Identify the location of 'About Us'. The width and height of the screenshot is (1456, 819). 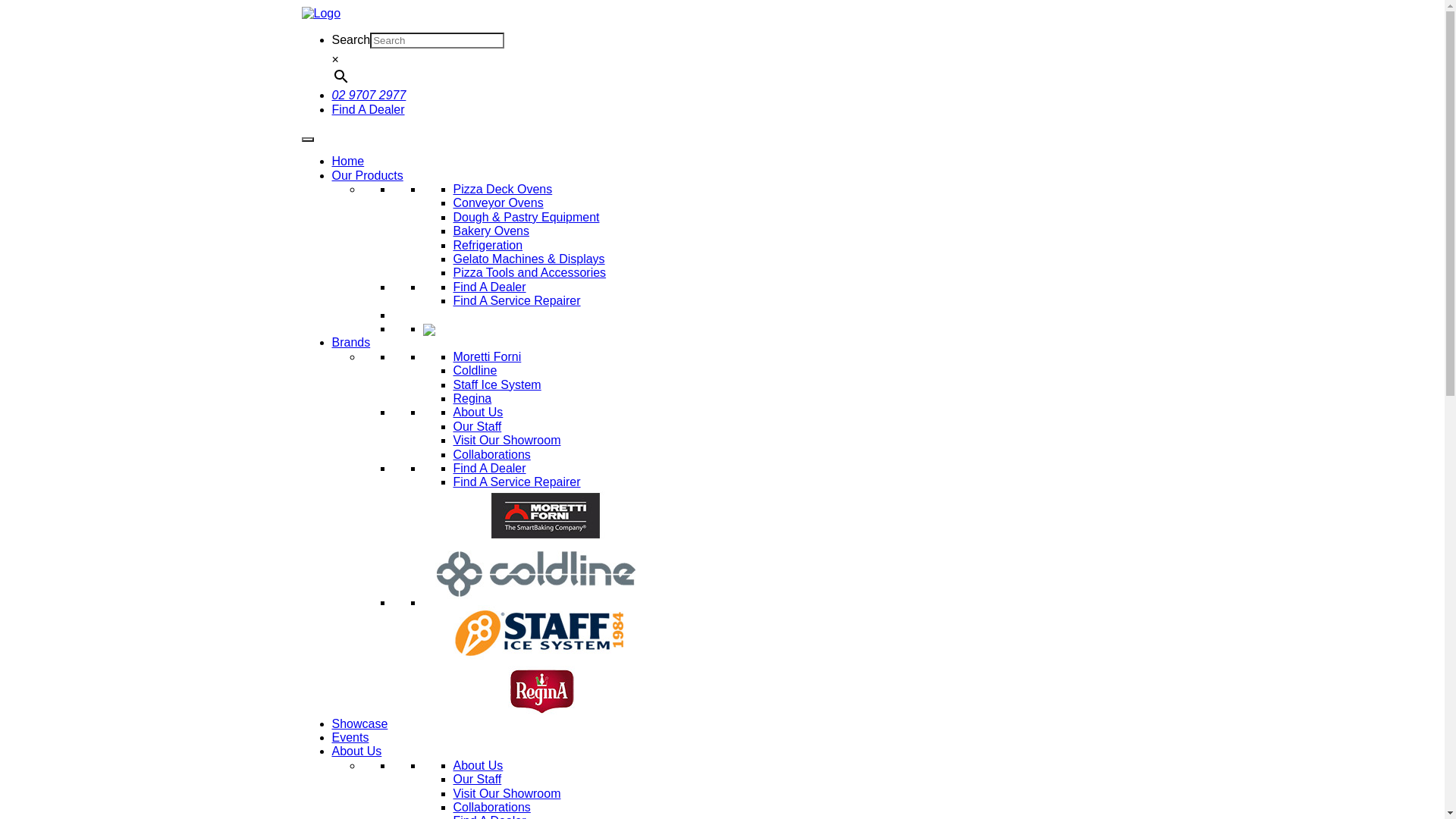
(477, 412).